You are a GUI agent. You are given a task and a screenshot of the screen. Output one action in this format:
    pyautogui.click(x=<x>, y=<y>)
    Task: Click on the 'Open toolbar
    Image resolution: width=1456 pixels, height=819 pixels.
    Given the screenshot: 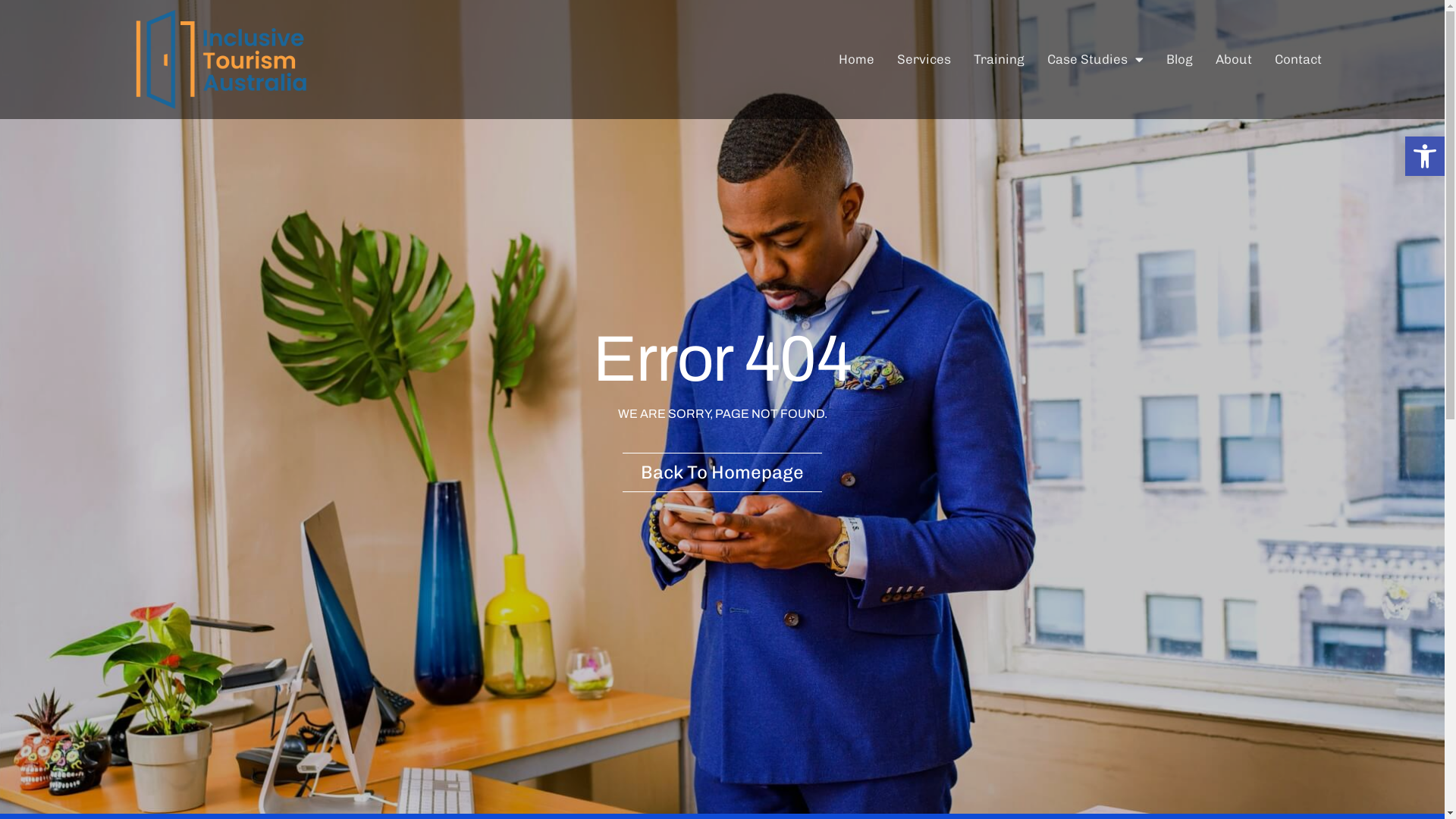 What is the action you would take?
    pyautogui.click(x=1404, y=155)
    